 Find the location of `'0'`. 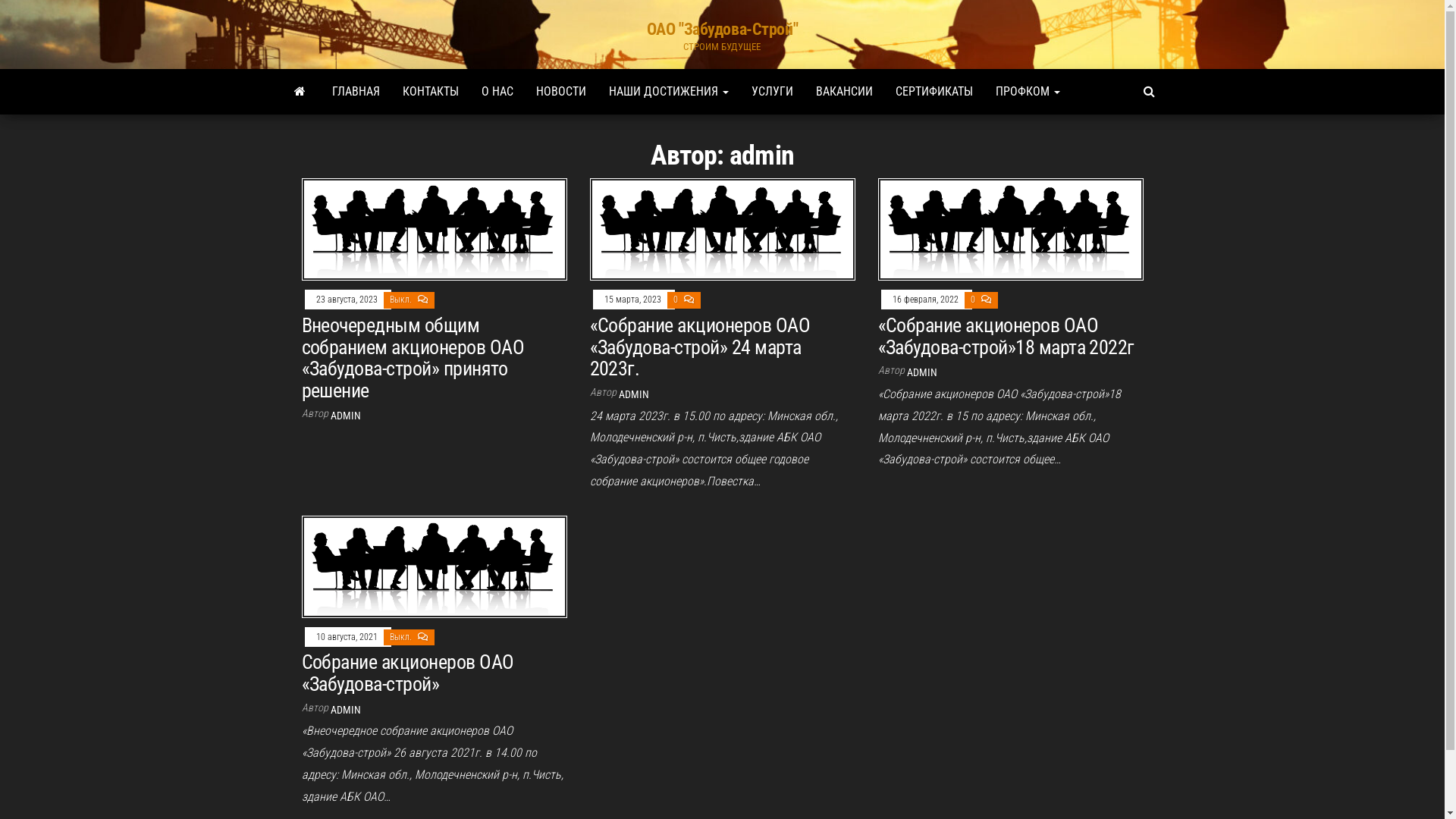

'0' is located at coordinates (974, 299).